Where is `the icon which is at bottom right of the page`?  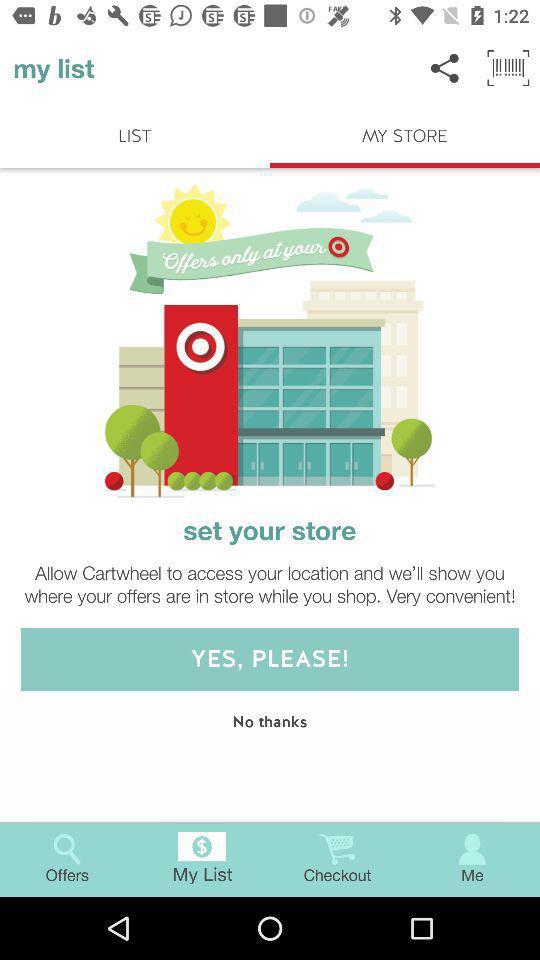
the icon which is at bottom right of the page is located at coordinates (472, 848).